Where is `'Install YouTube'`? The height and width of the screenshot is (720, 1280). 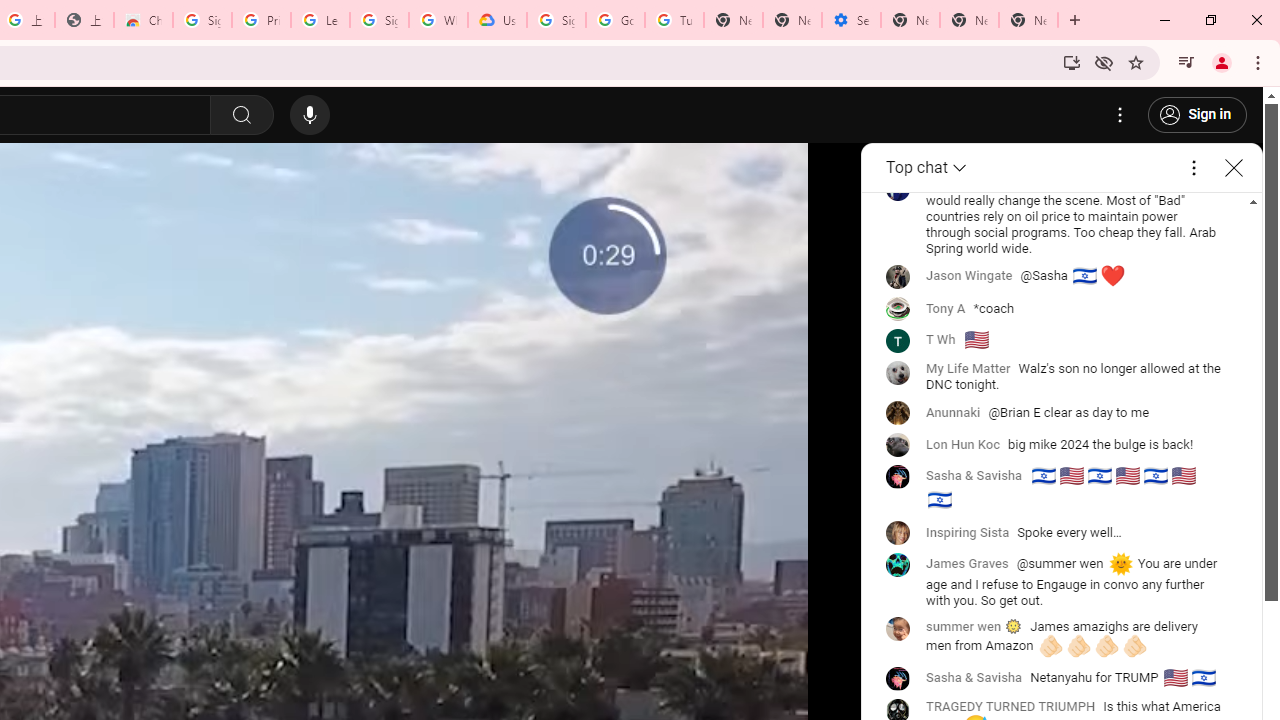 'Install YouTube' is located at coordinates (1071, 61).